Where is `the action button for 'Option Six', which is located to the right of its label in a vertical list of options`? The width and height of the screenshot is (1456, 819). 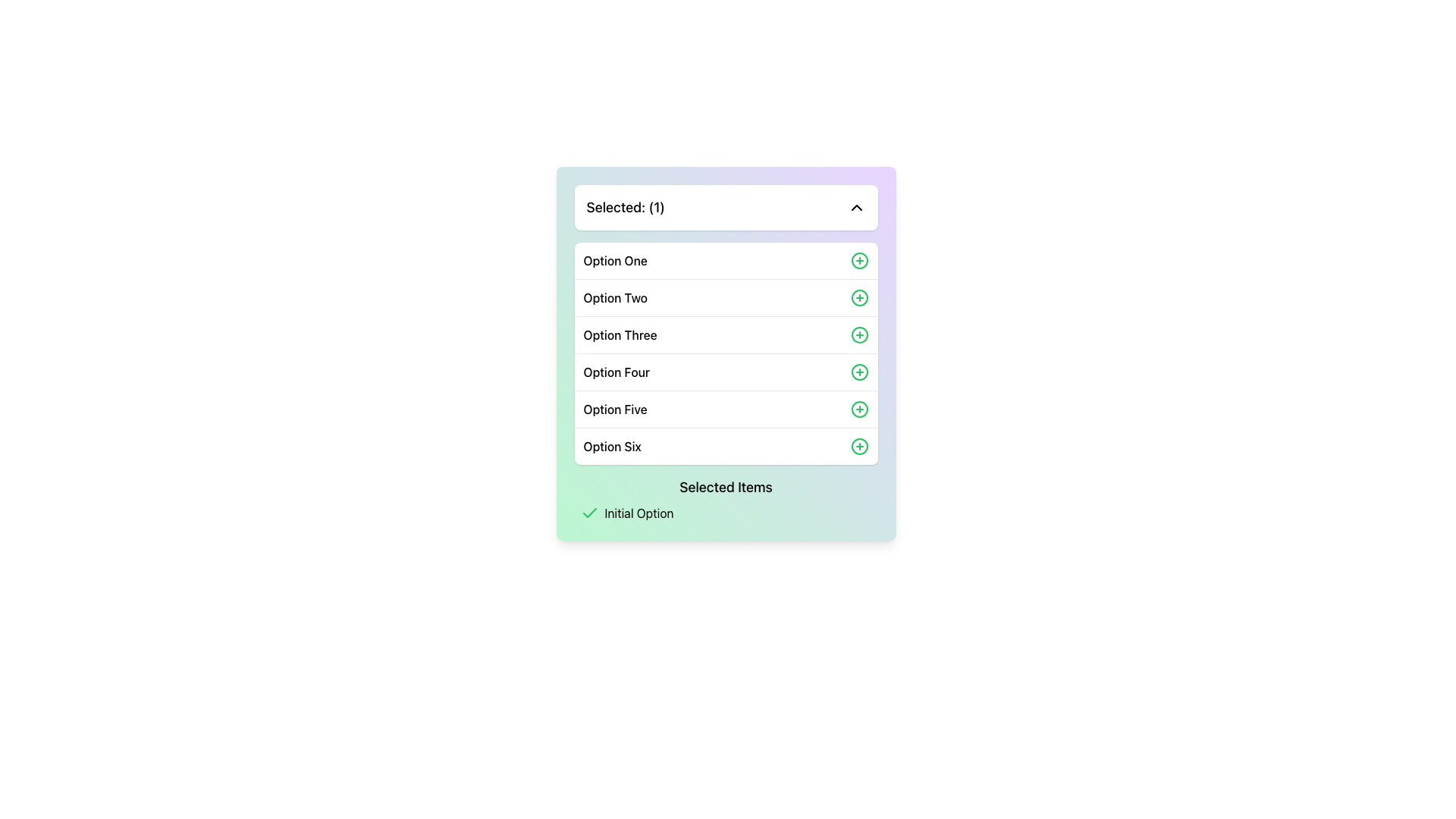
the action button for 'Option Six', which is located to the right of its label in a vertical list of options is located at coordinates (859, 446).